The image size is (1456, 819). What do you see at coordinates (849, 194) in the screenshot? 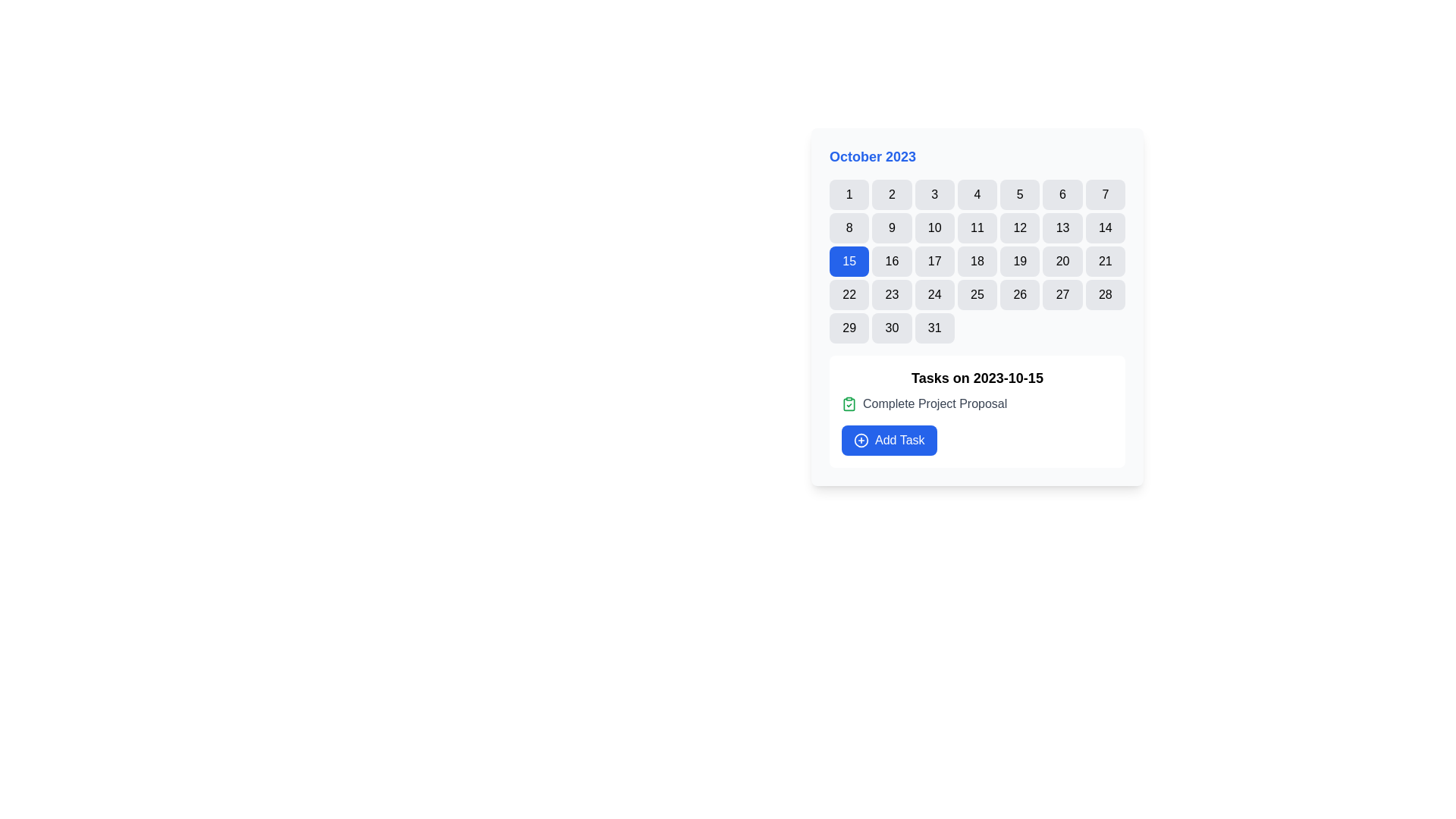
I see `the first day button of October 2023 in the calendar` at bounding box center [849, 194].